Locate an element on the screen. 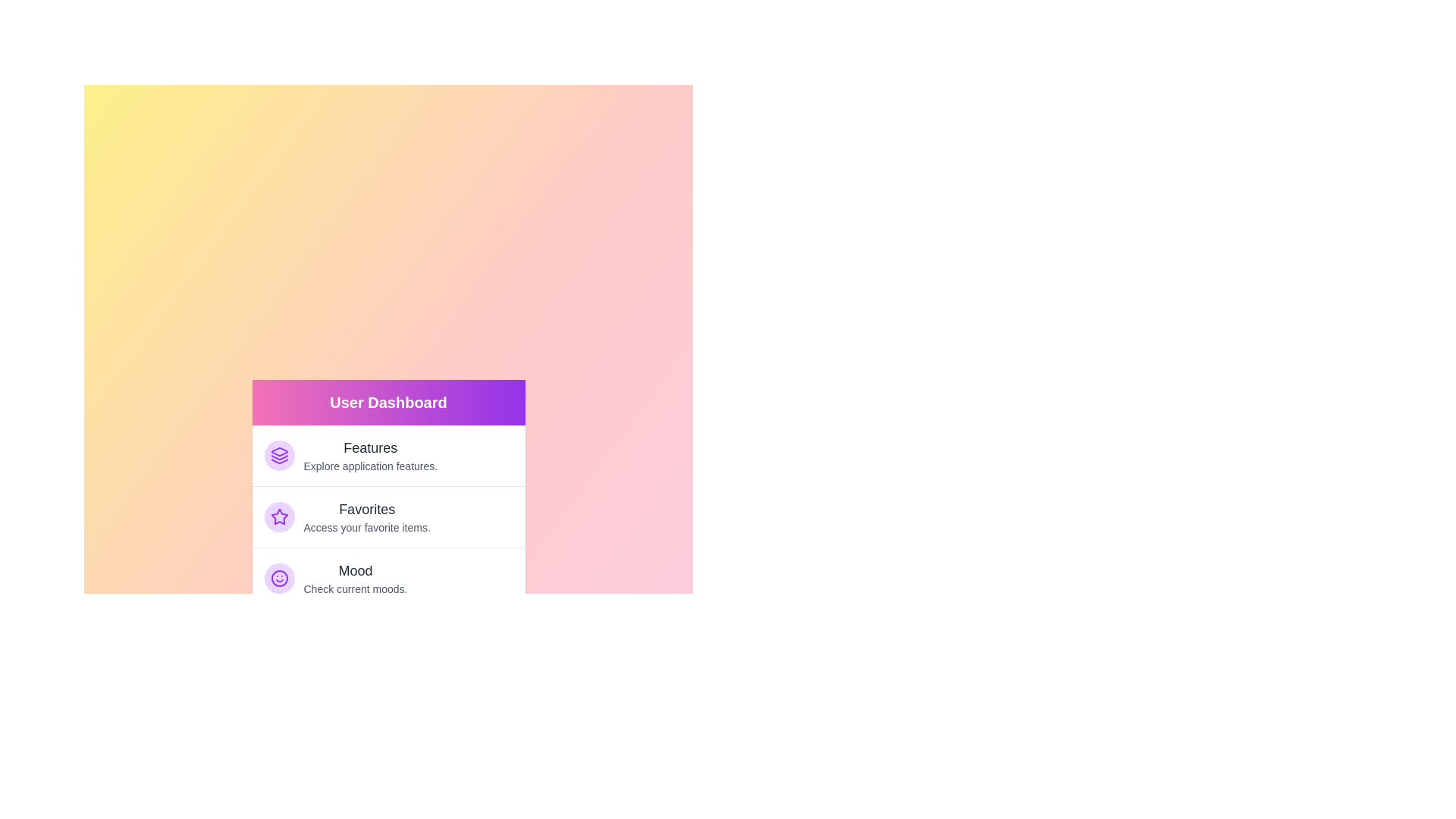 This screenshot has width=1456, height=819. the menu item labeled Features to navigate to its associated feature is located at coordinates (388, 455).